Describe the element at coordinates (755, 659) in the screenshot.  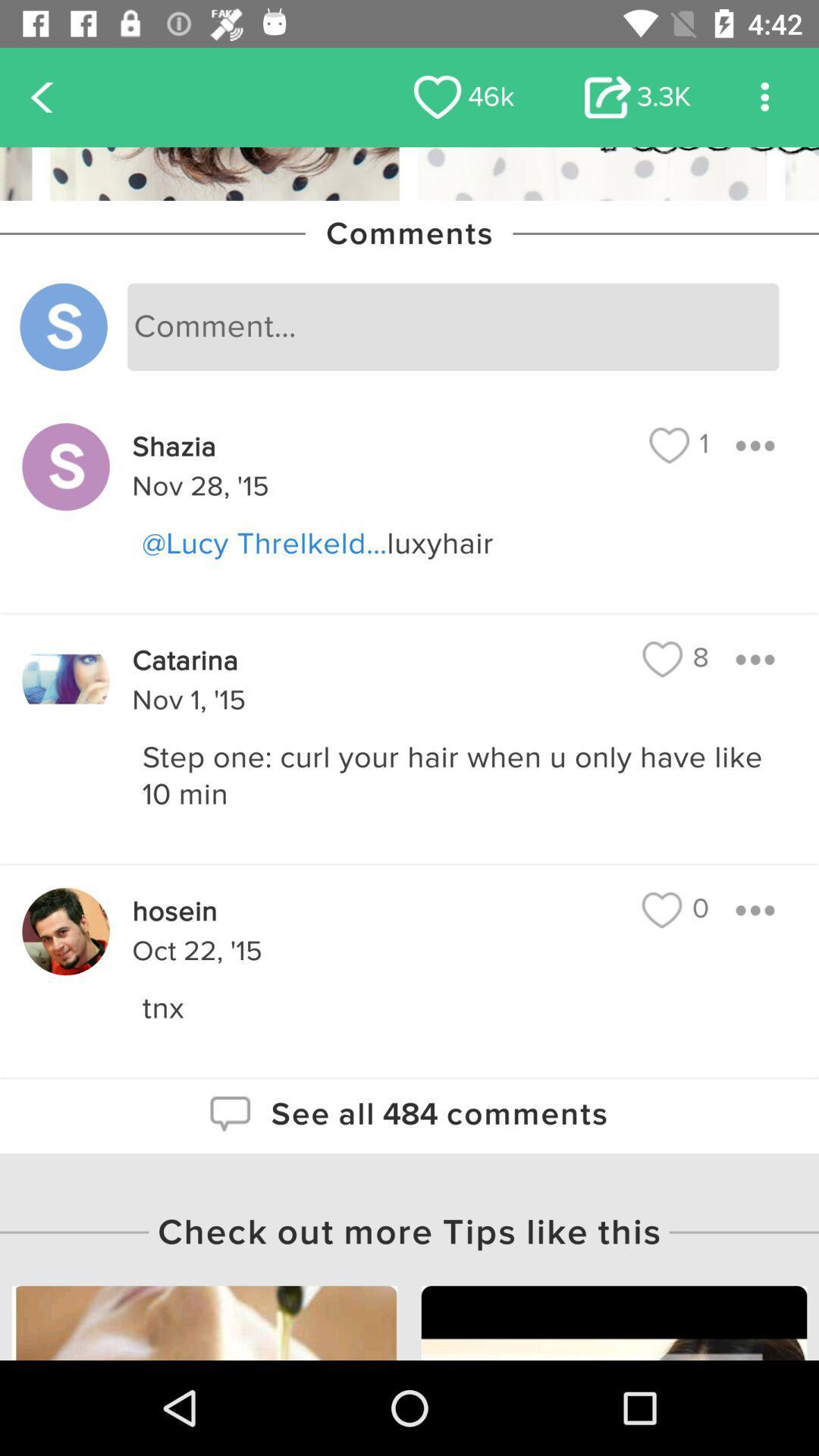
I see `option` at that location.